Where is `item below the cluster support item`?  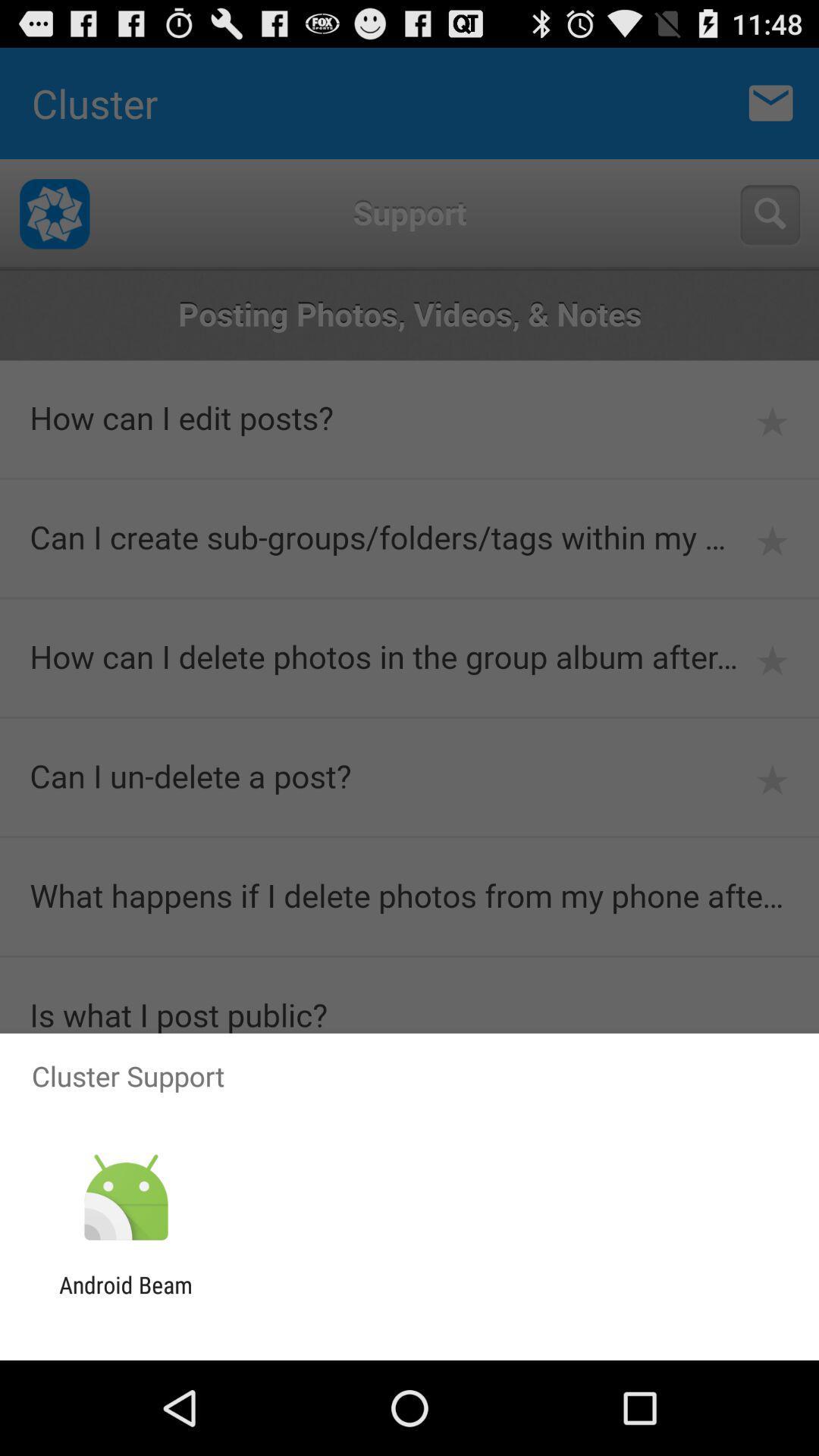 item below the cluster support item is located at coordinates (125, 1197).